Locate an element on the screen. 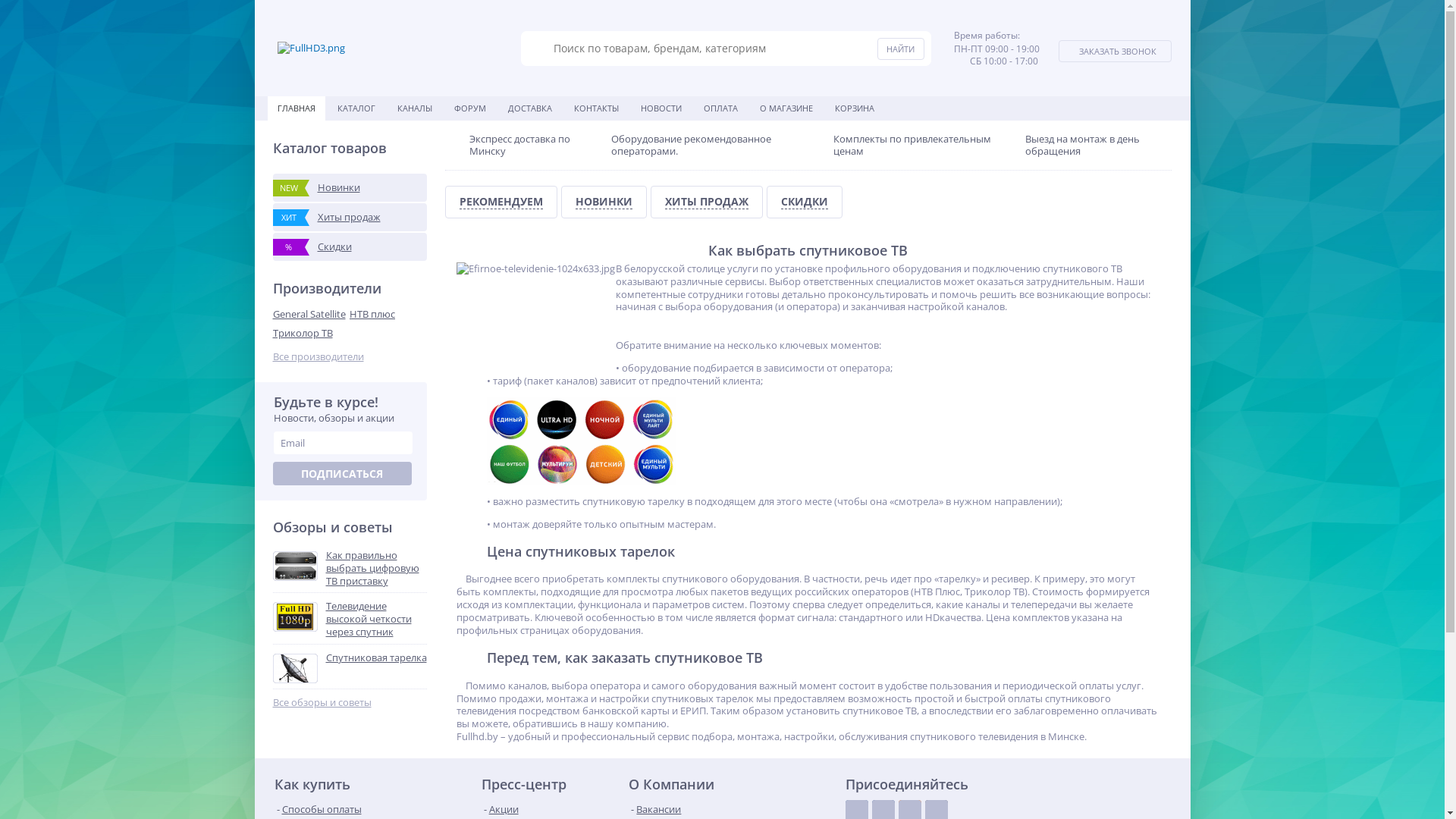 The width and height of the screenshot is (1456, 819). 'General Satellite' is located at coordinates (311, 313).